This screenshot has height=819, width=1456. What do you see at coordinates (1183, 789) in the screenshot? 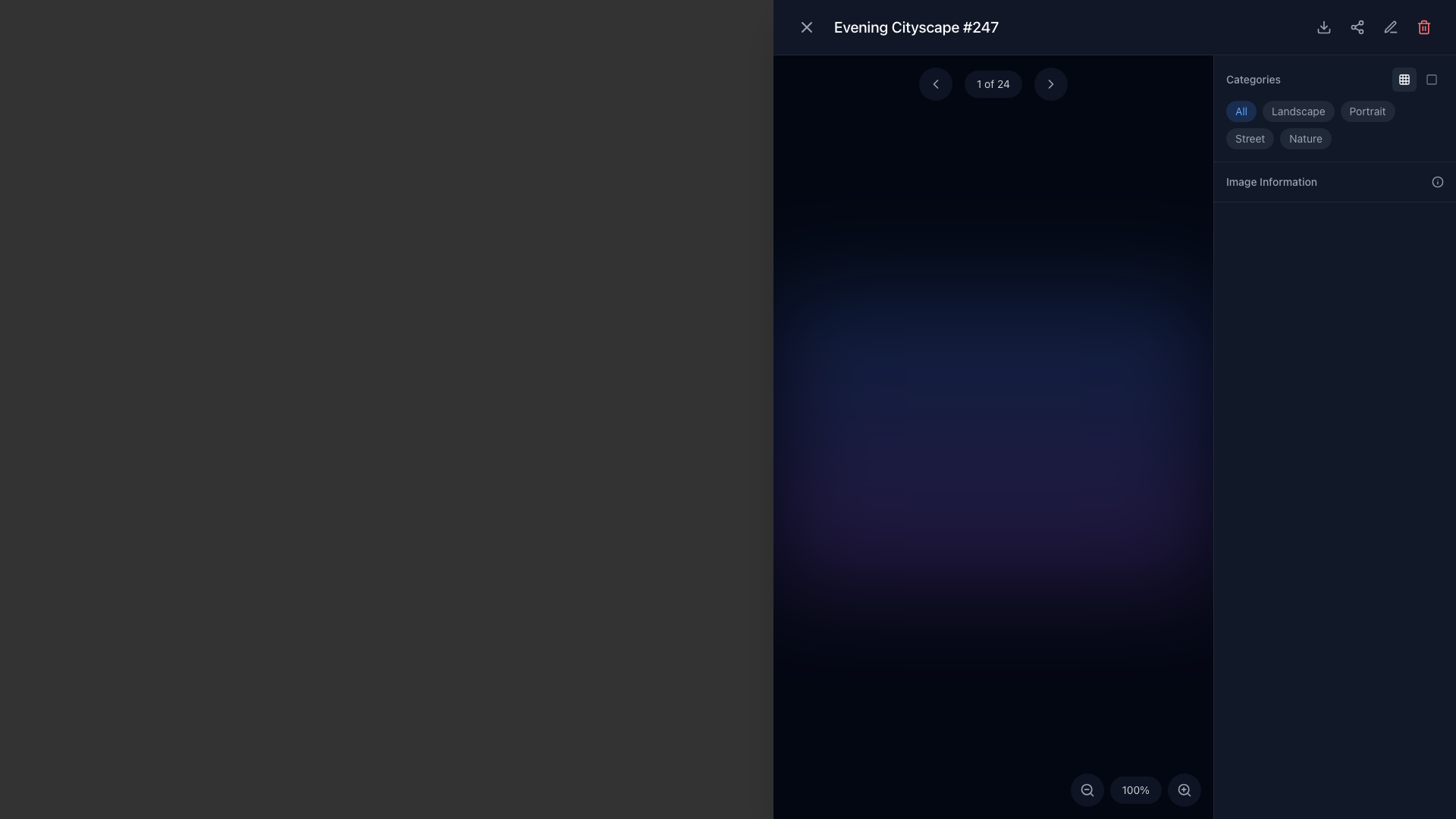
I see `the zoom in button located in the bottom-right corner of the interface, which has a dark gray background and a lens-shaped symbol` at bounding box center [1183, 789].